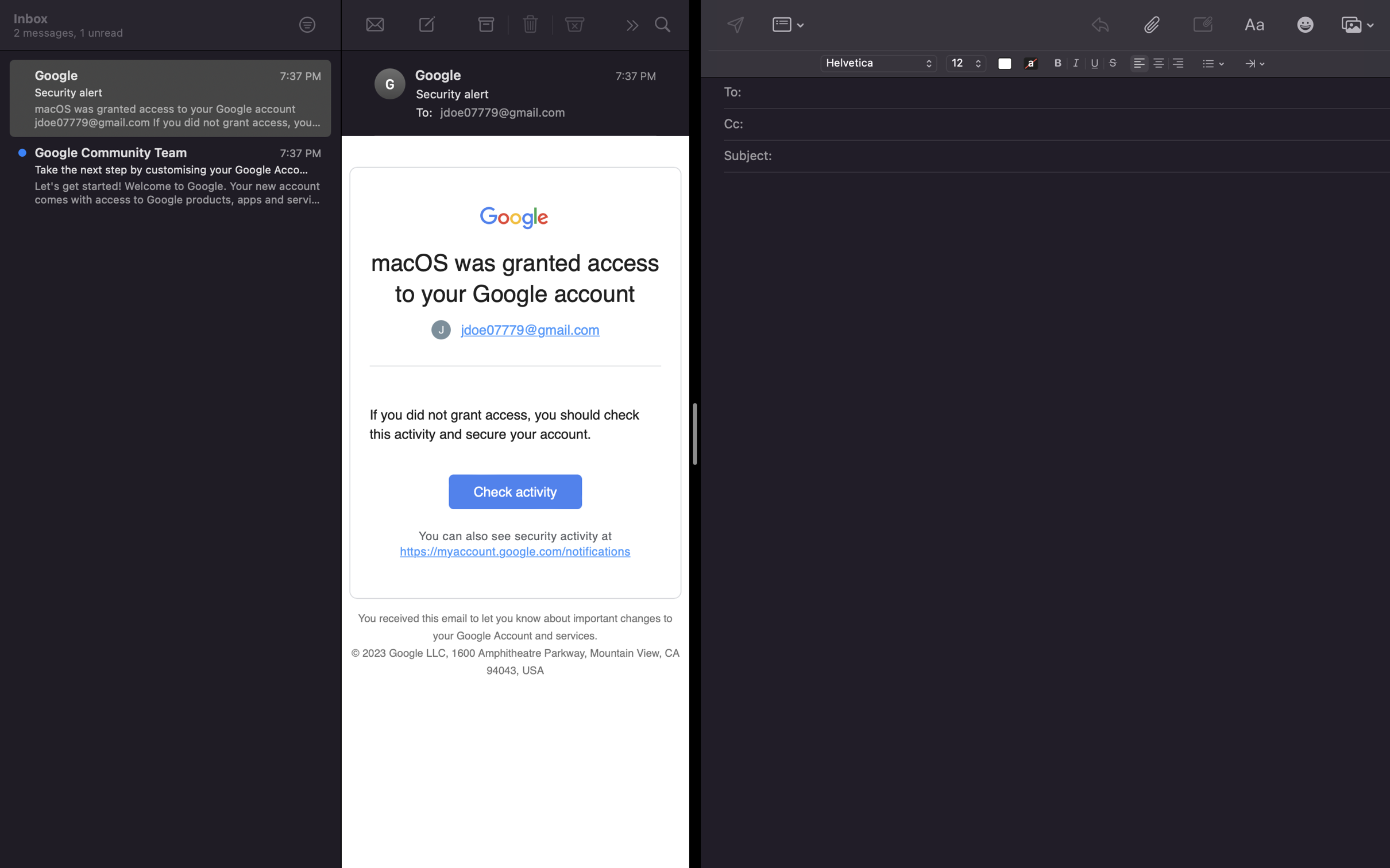 The height and width of the screenshot is (868, 1390). I want to click on Change the writing style to bold and resize the font to 21, so click(1058, 62).